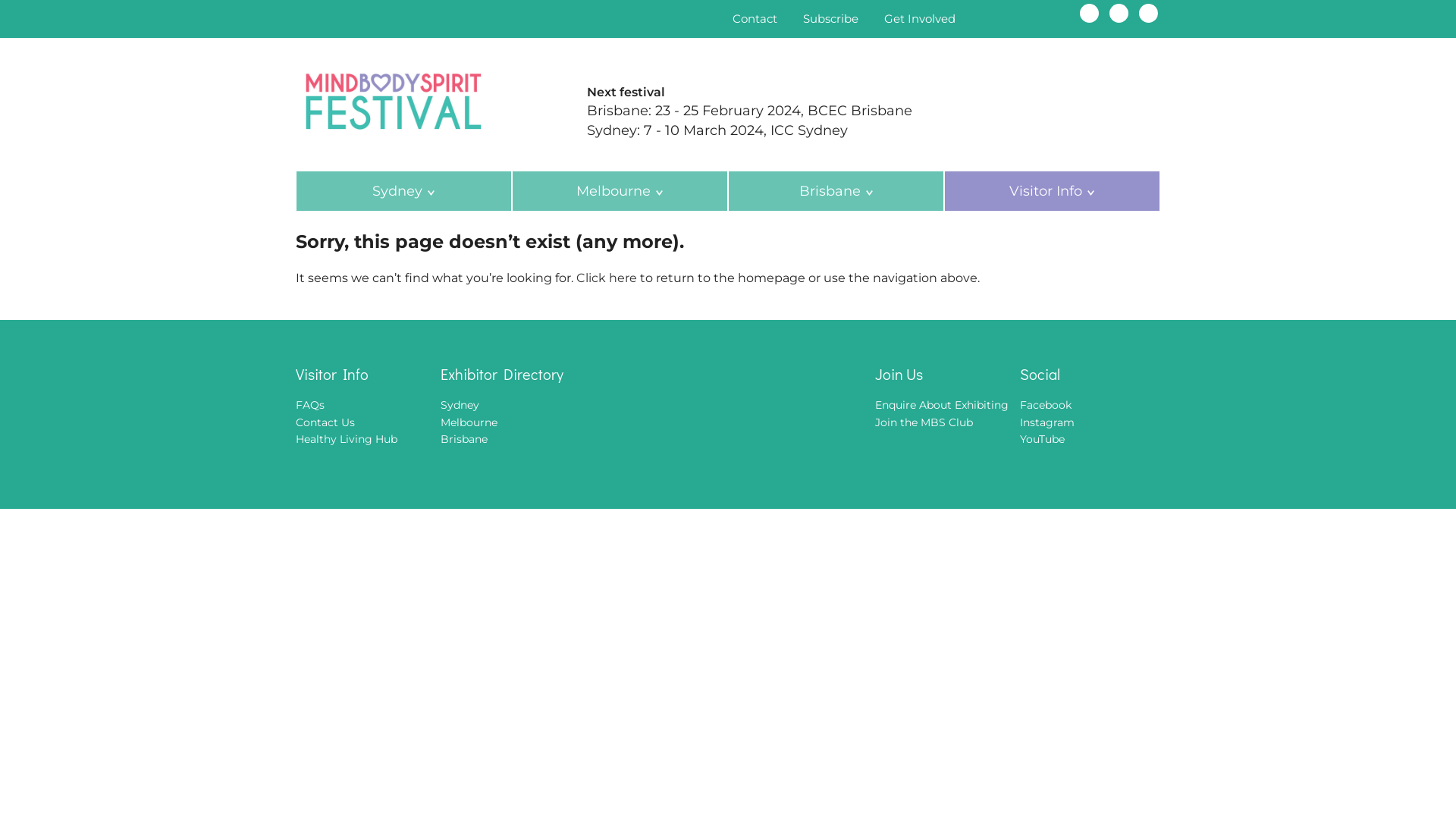 This screenshot has width=1456, height=819. I want to click on 'Social', so click(1089, 374).